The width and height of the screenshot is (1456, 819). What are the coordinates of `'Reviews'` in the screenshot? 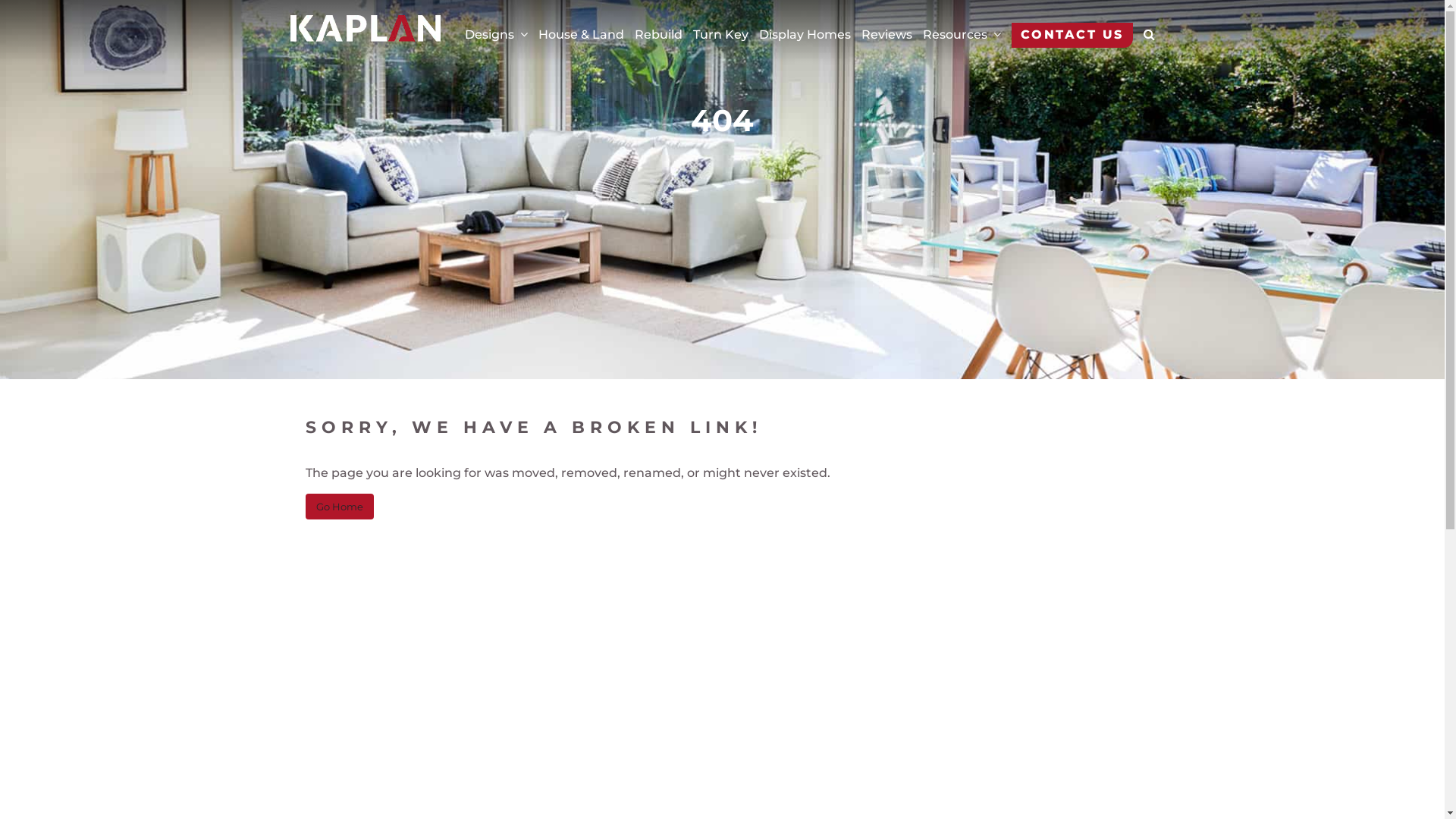 It's located at (886, 34).